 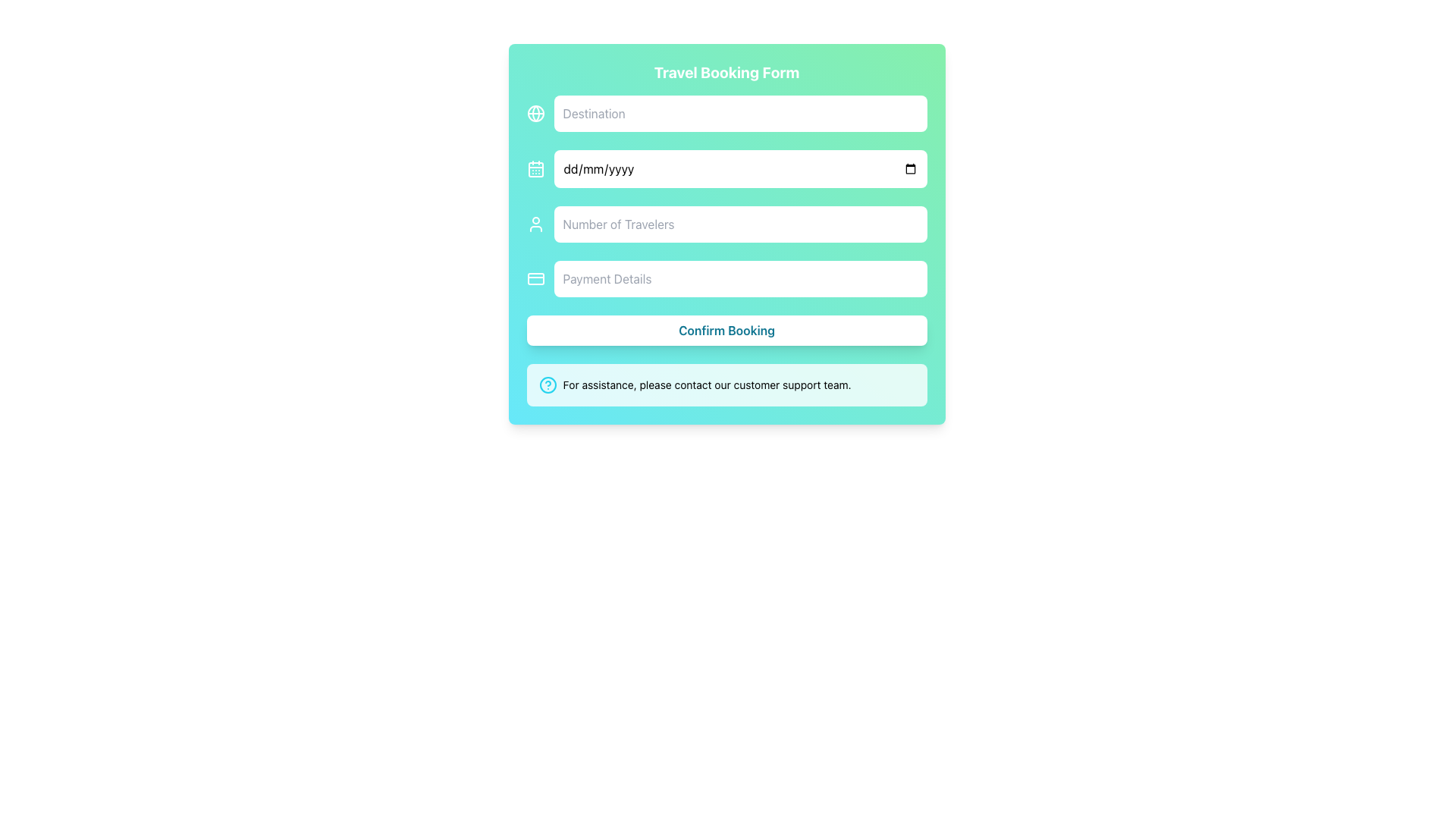 I want to click on the globe icon that visually represents the destination input field, located to the left of the 'Destination' input field in the upper section of the form, so click(x=535, y=113).